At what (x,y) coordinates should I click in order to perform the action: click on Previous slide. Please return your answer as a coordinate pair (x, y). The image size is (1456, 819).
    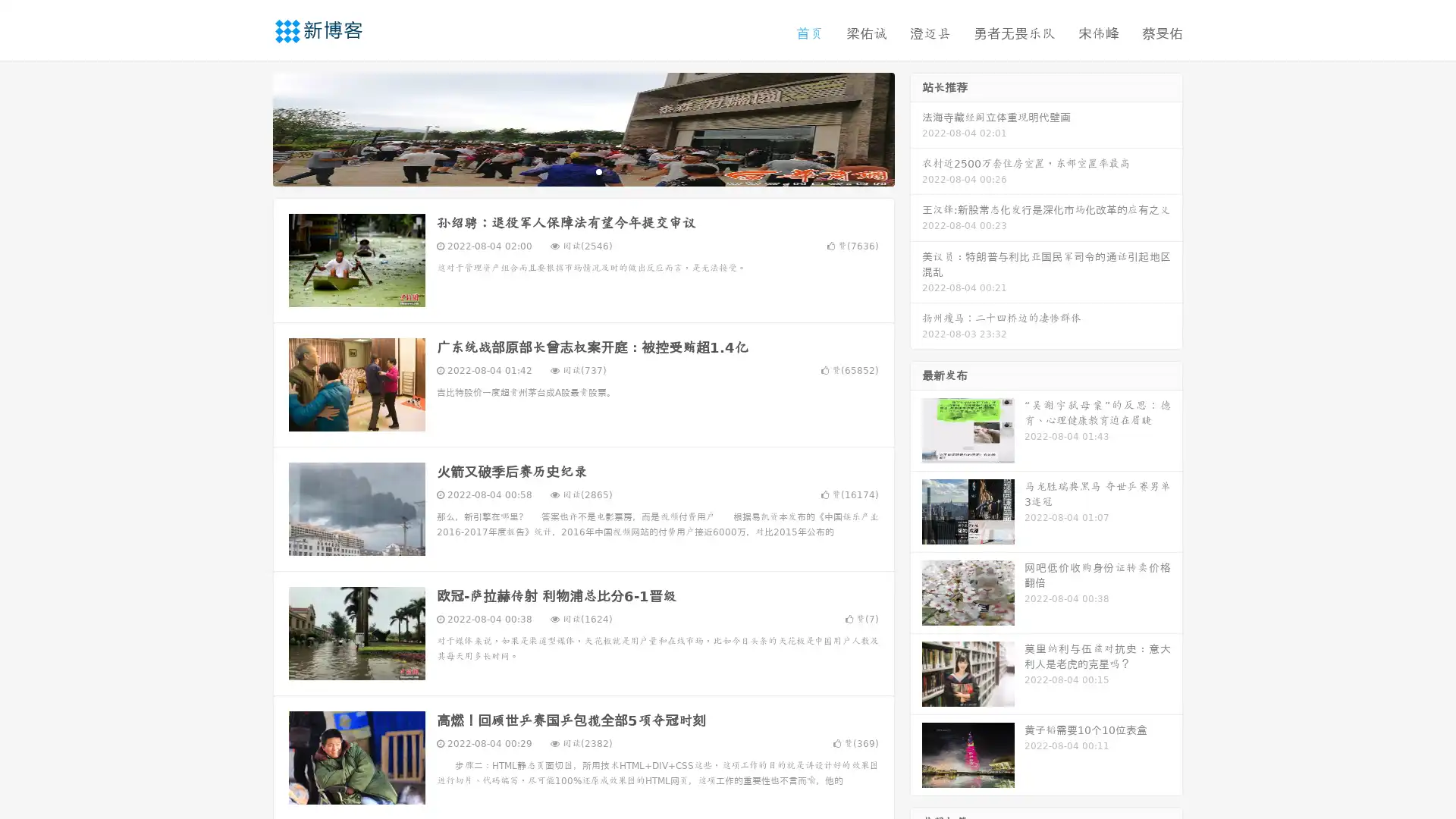
    Looking at the image, I should click on (250, 127).